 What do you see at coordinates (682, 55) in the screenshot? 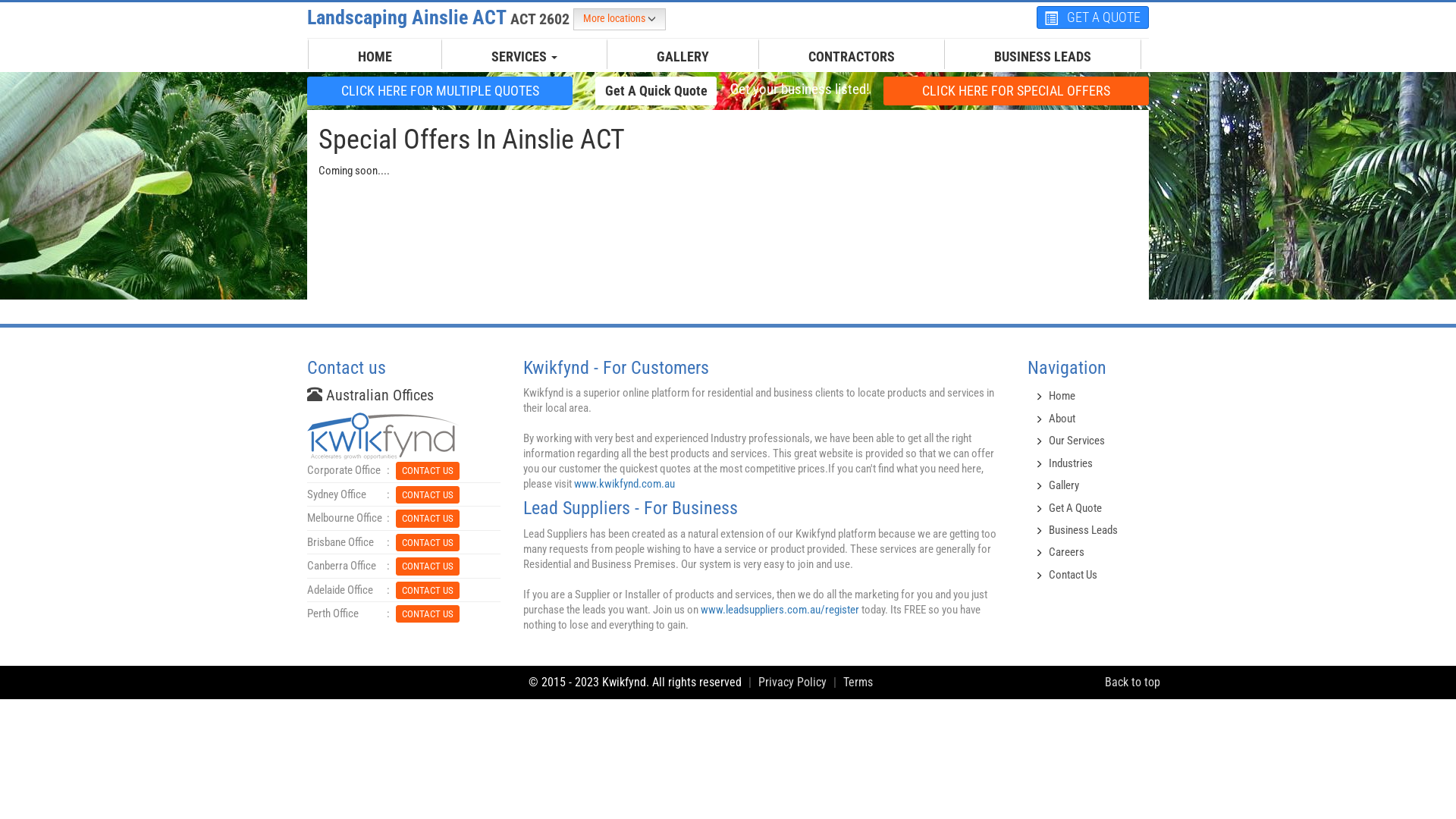
I see `'GALLERY'` at bounding box center [682, 55].